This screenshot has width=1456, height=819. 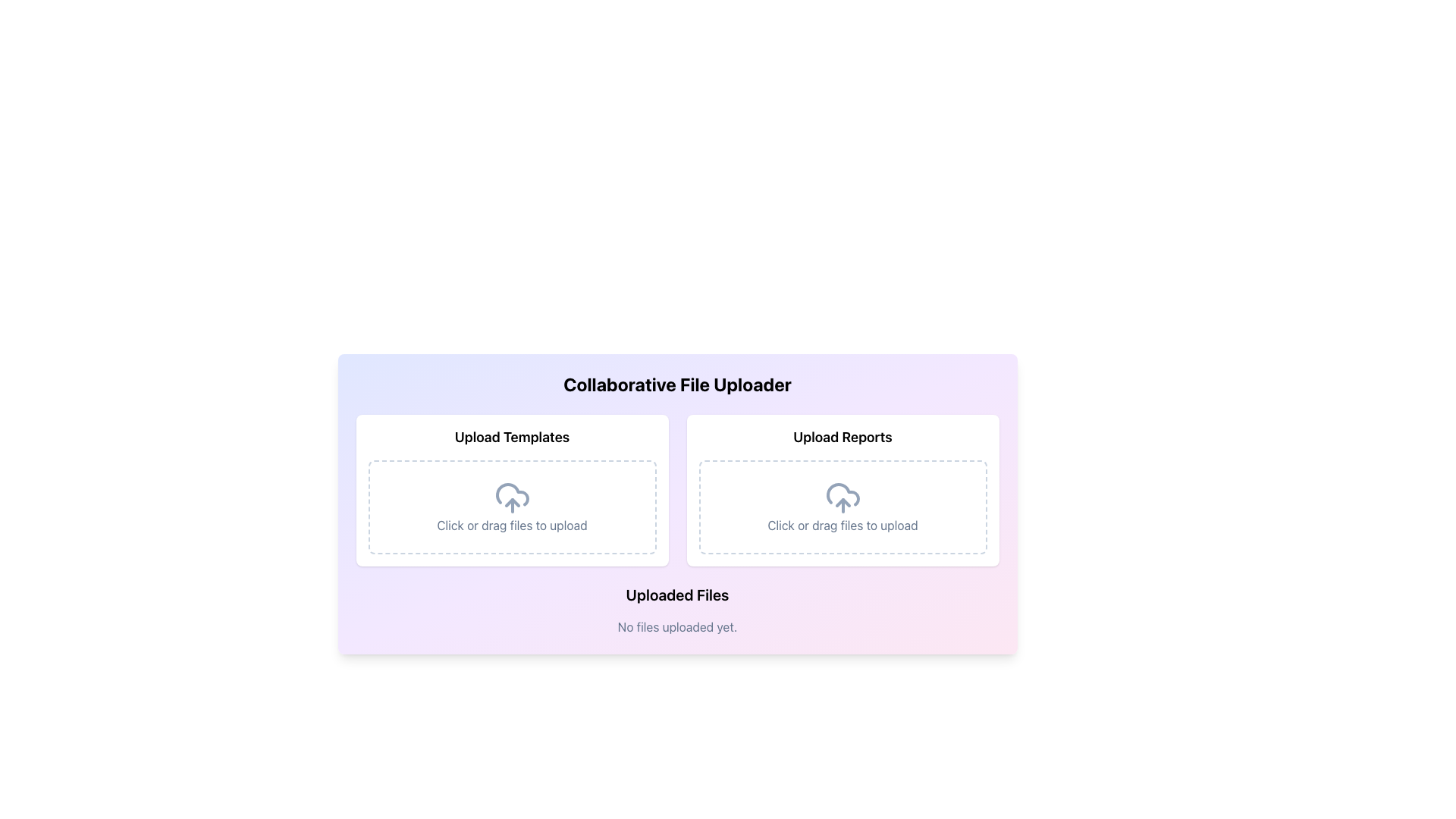 What do you see at coordinates (676, 595) in the screenshot?
I see `the 'Uploaded Files' text label, which is styled with a large, bold font and positioned below the upload sections and above the subtext 'No files uploaded yet.'` at bounding box center [676, 595].